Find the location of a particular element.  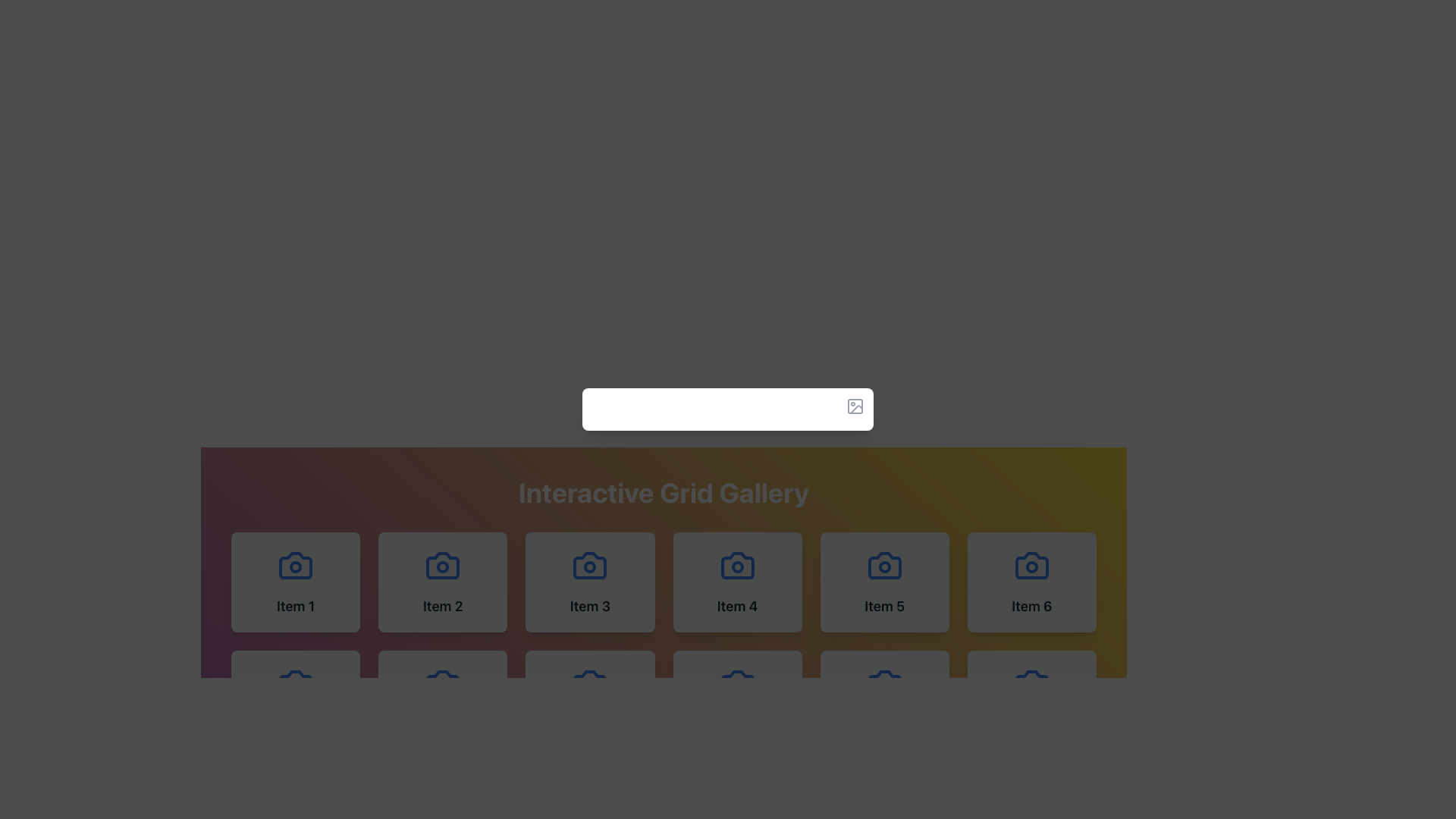

the camera icon located above the text labeled 'Item 6', which has a blue outline and is part of the sixth item in a grid layout is located at coordinates (1031, 565).